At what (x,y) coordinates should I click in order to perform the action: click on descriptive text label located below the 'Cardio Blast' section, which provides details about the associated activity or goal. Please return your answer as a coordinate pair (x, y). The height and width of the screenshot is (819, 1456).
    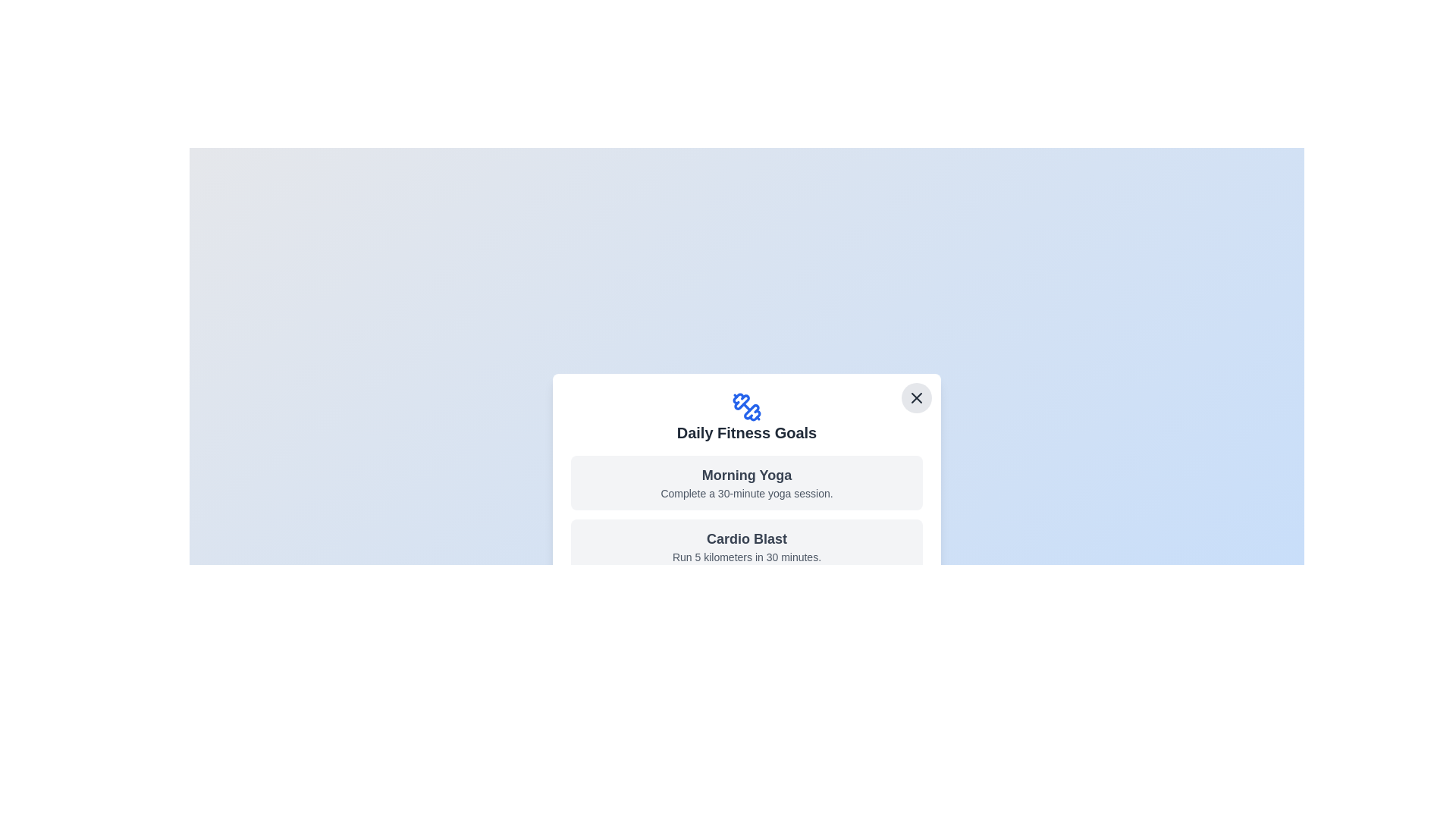
    Looking at the image, I should click on (746, 557).